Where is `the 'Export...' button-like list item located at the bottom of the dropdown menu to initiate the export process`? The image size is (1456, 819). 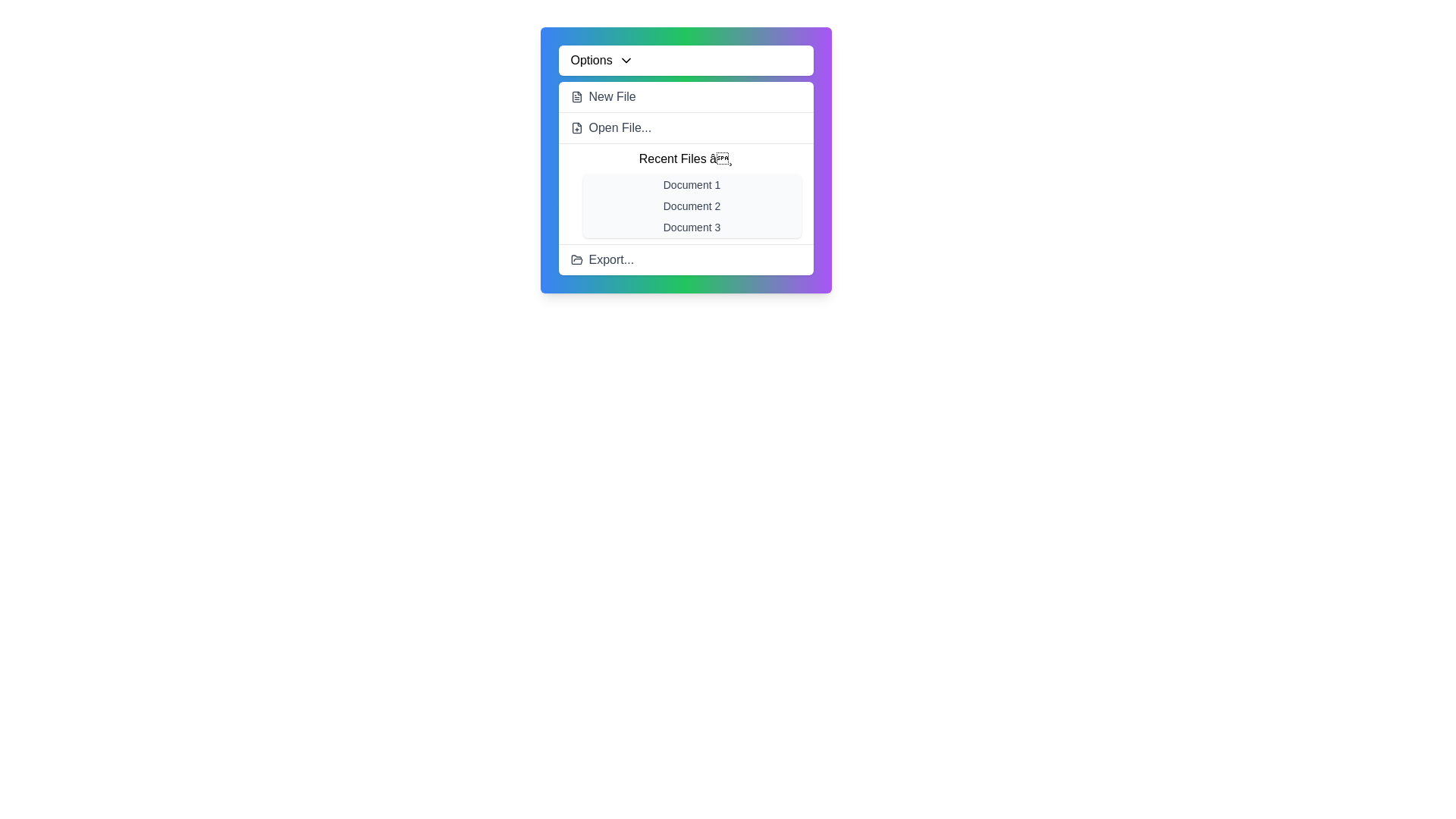
the 'Export...' button-like list item located at the bottom of the dropdown menu to initiate the export process is located at coordinates (685, 259).